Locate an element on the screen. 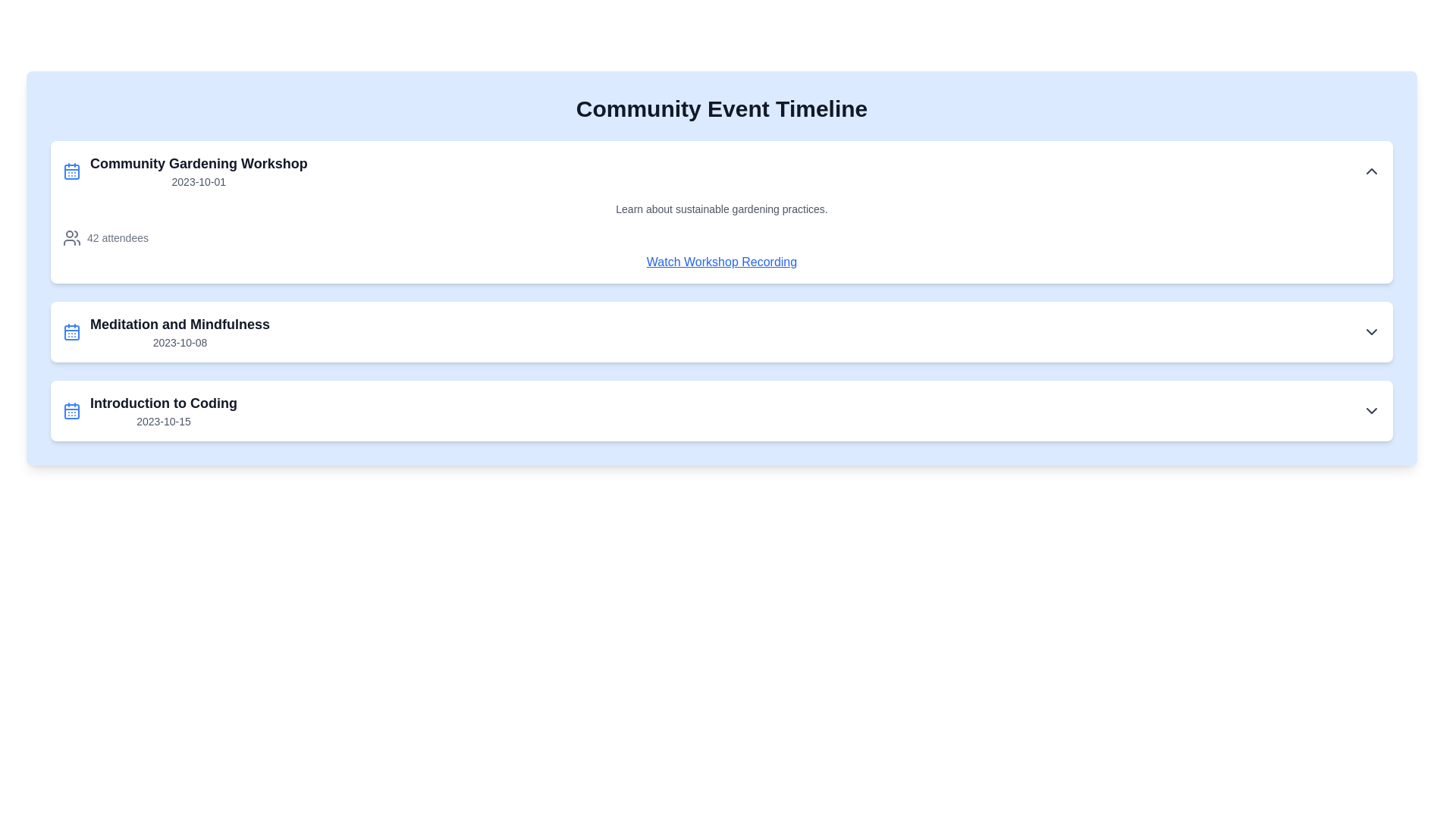 The height and width of the screenshot is (819, 1456). the second event card titled 'Meditation and Mindfulness' in the 'Community Event Timeline' section is located at coordinates (166, 331).